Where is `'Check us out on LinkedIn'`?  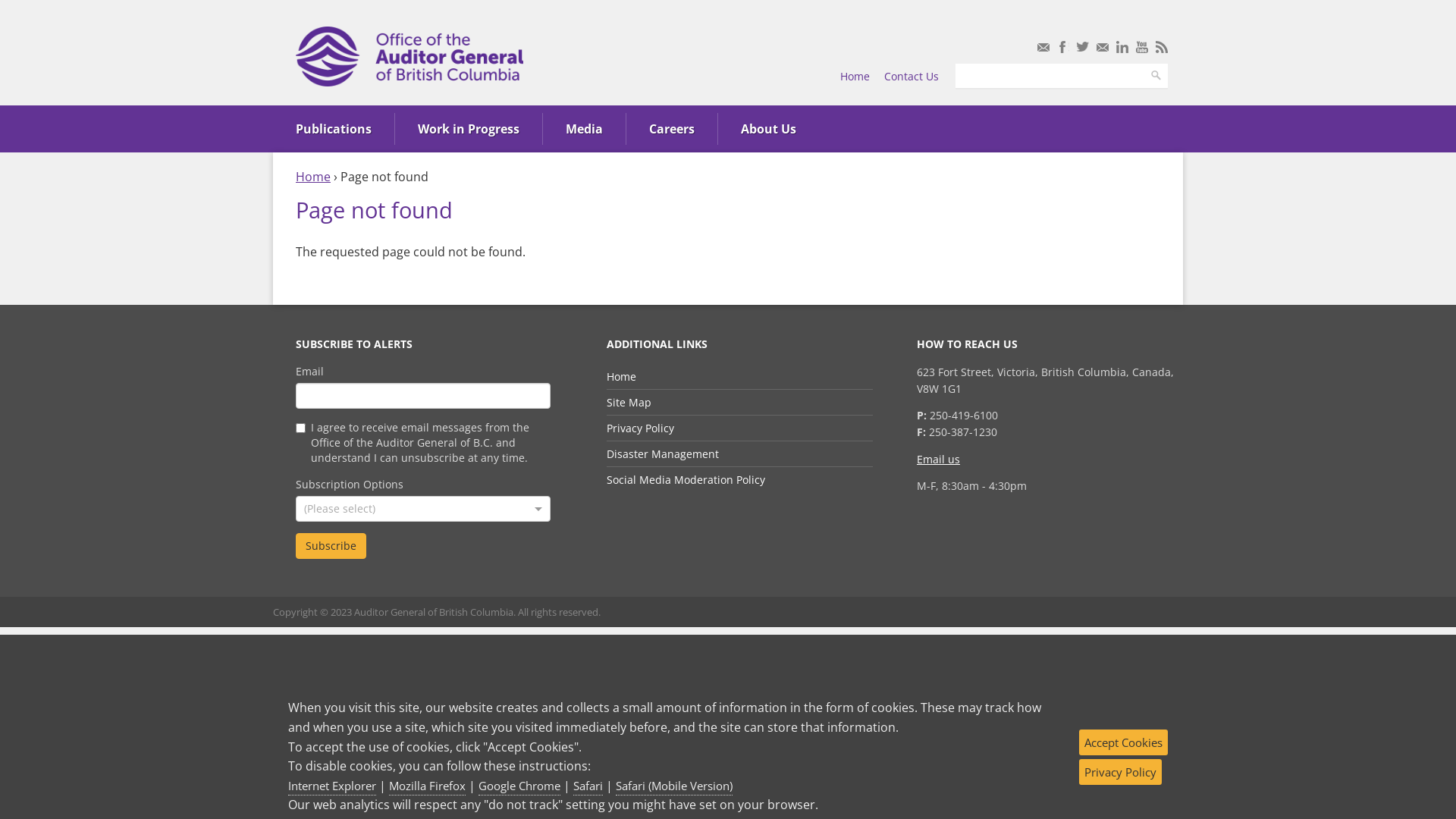
'Check us out on LinkedIn' is located at coordinates (1122, 45).